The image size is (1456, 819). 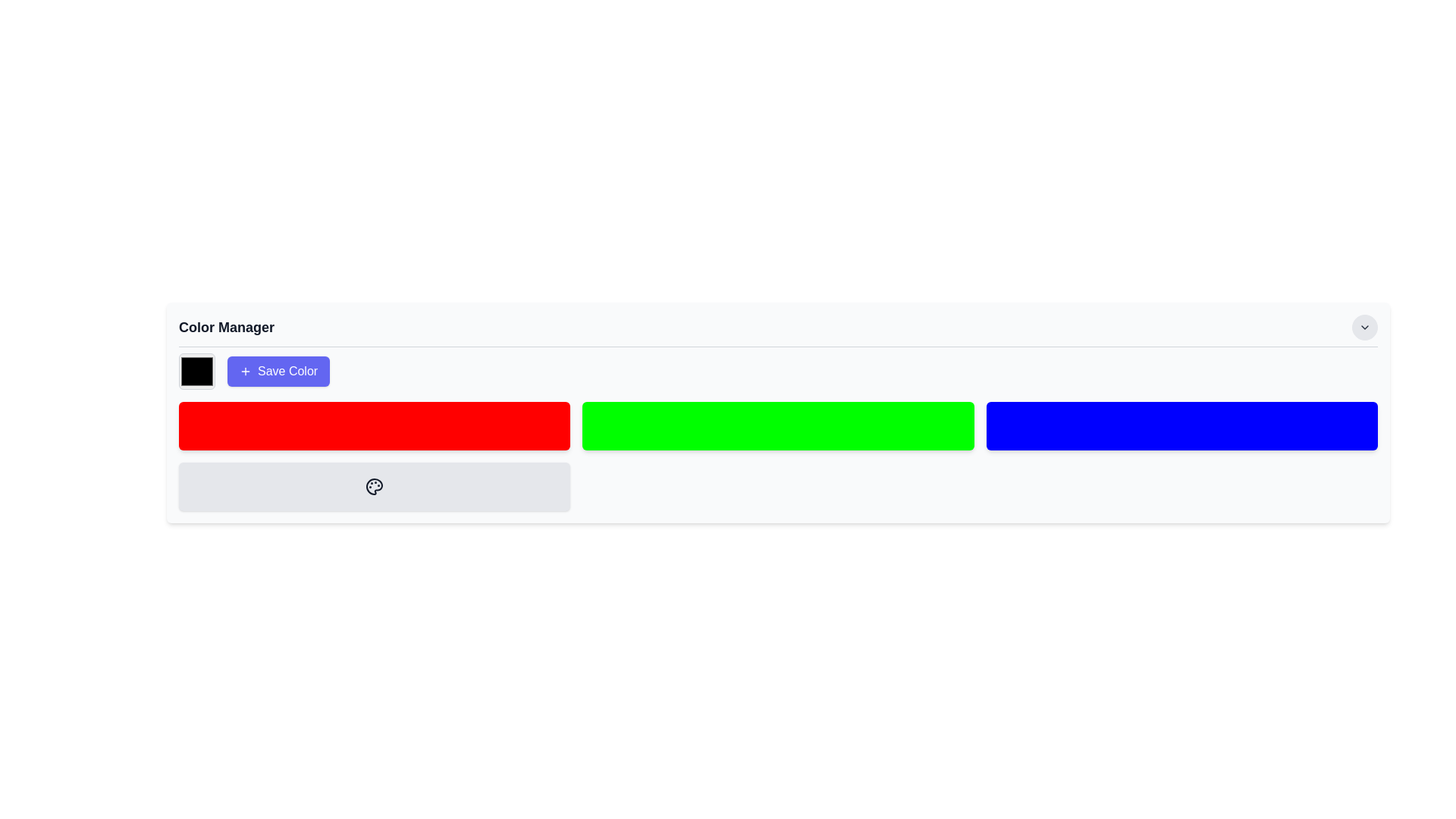 I want to click on the small circular button with a light gray background and a dark gray downward-pointing chevron icon located in the top-right corner of the 'Color Manager' section, so click(x=1365, y=327).